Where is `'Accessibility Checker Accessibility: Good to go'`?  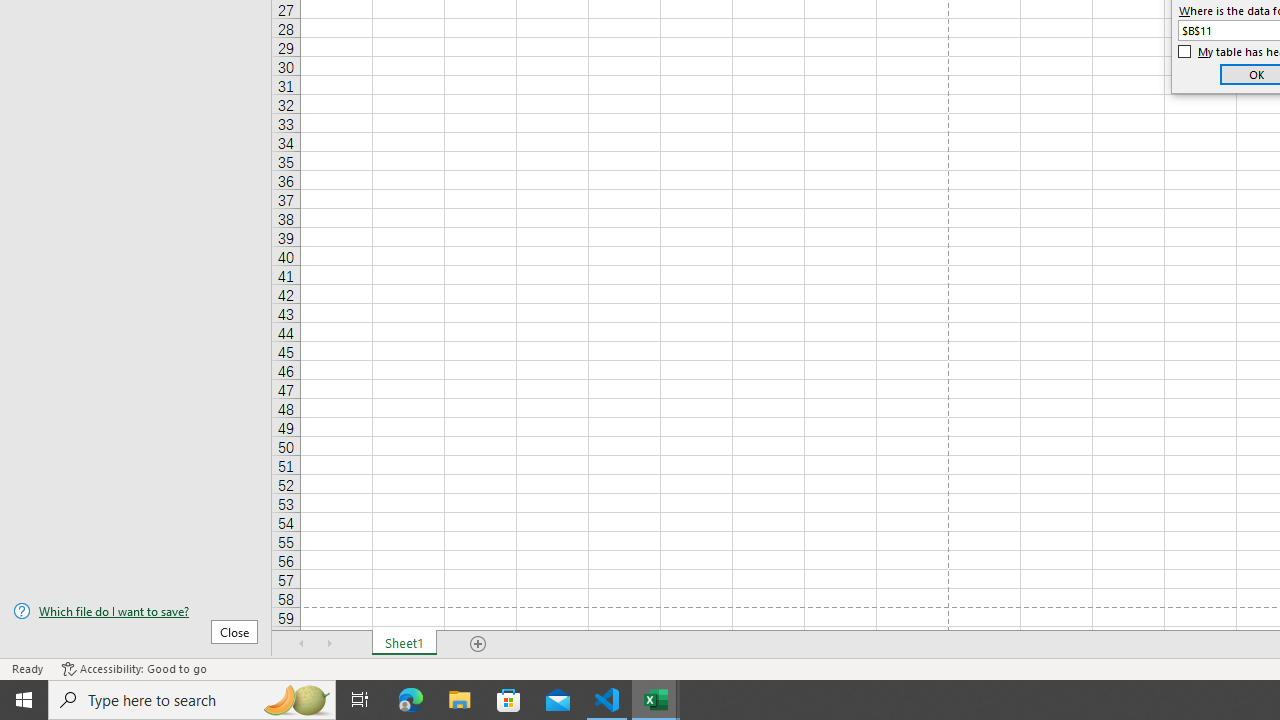
'Accessibility Checker Accessibility: Good to go' is located at coordinates (133, 669).